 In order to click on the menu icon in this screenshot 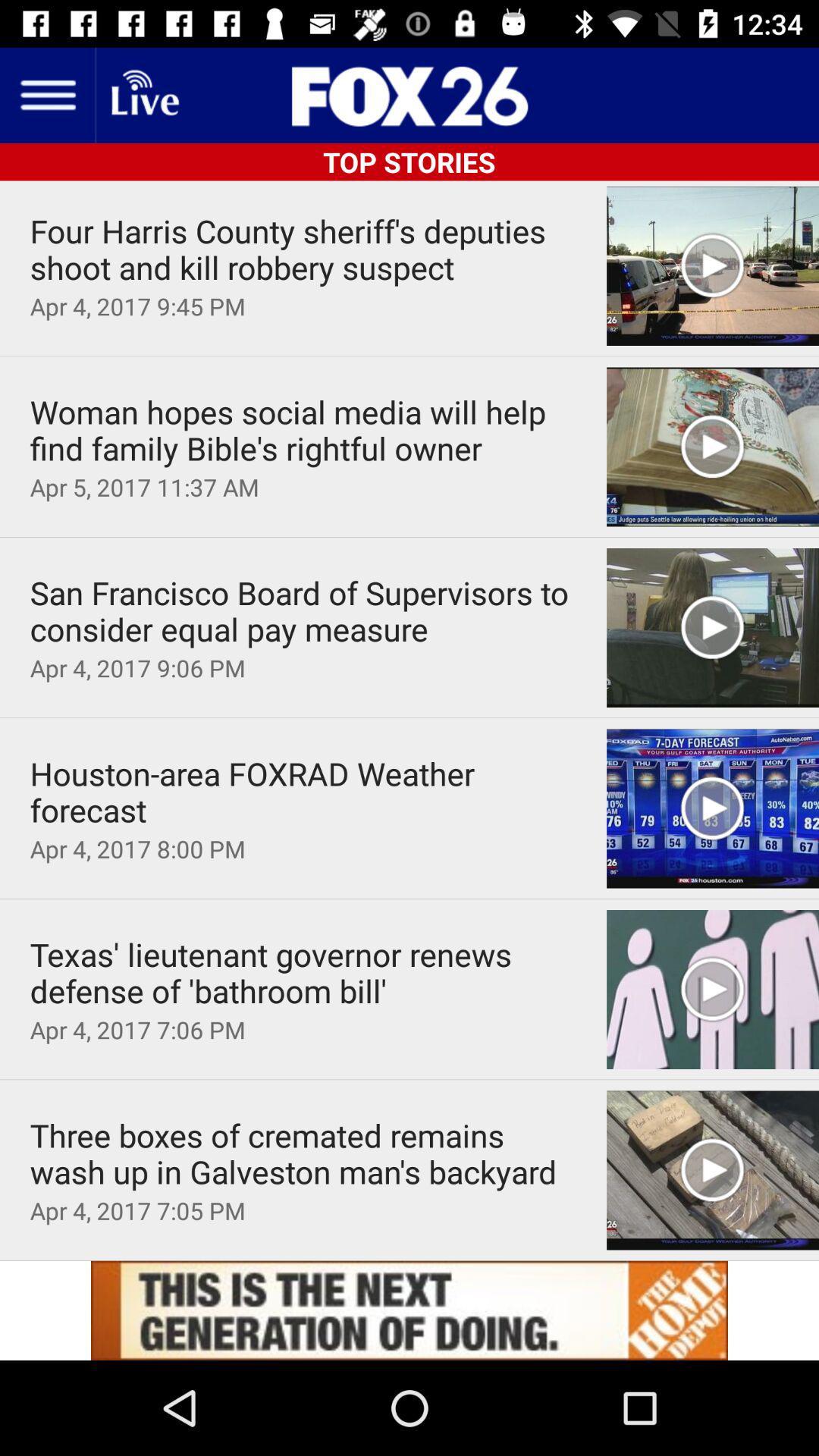, I will do `click(46, 94)`.